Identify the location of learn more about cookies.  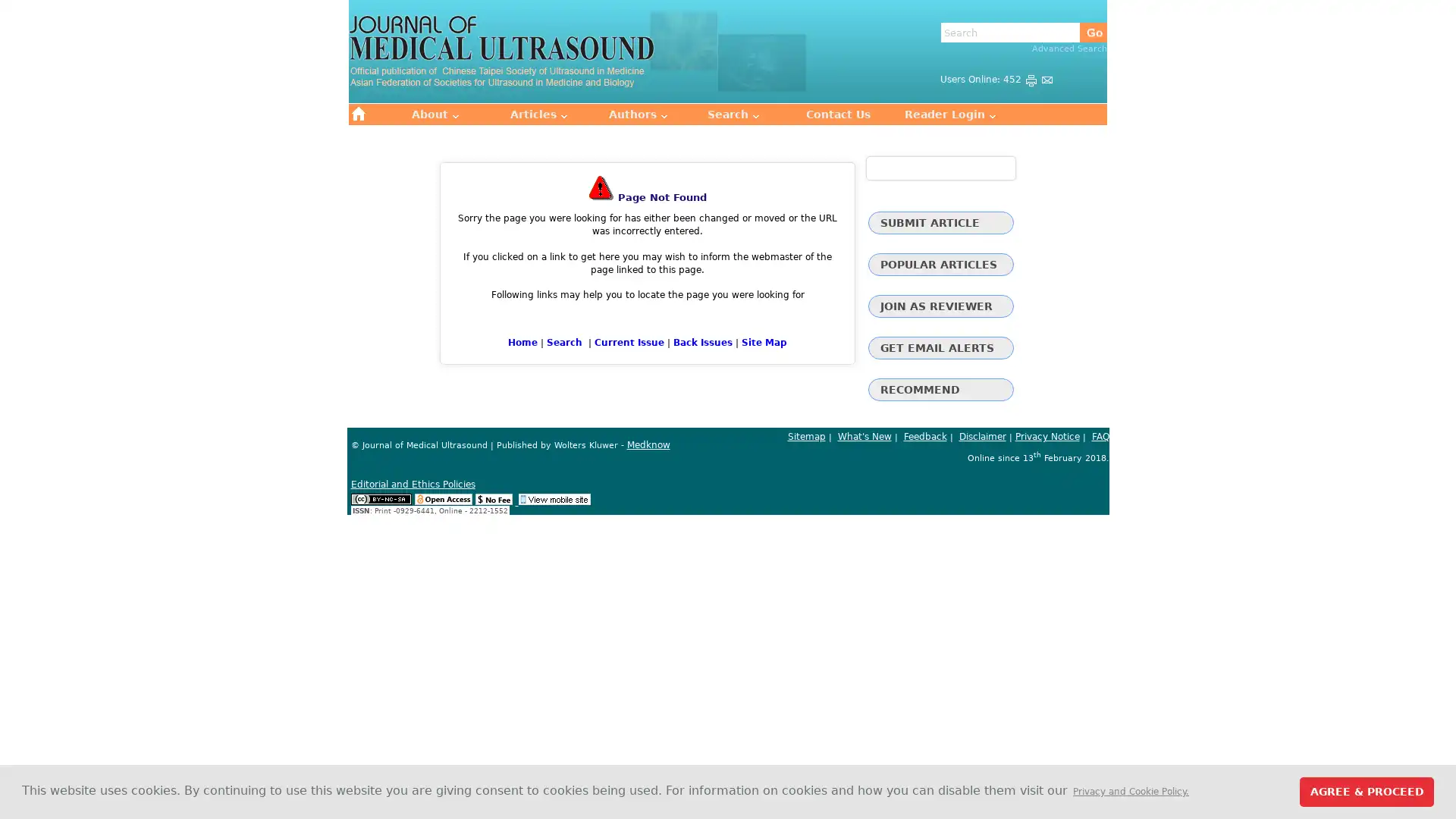
(1131, 790).